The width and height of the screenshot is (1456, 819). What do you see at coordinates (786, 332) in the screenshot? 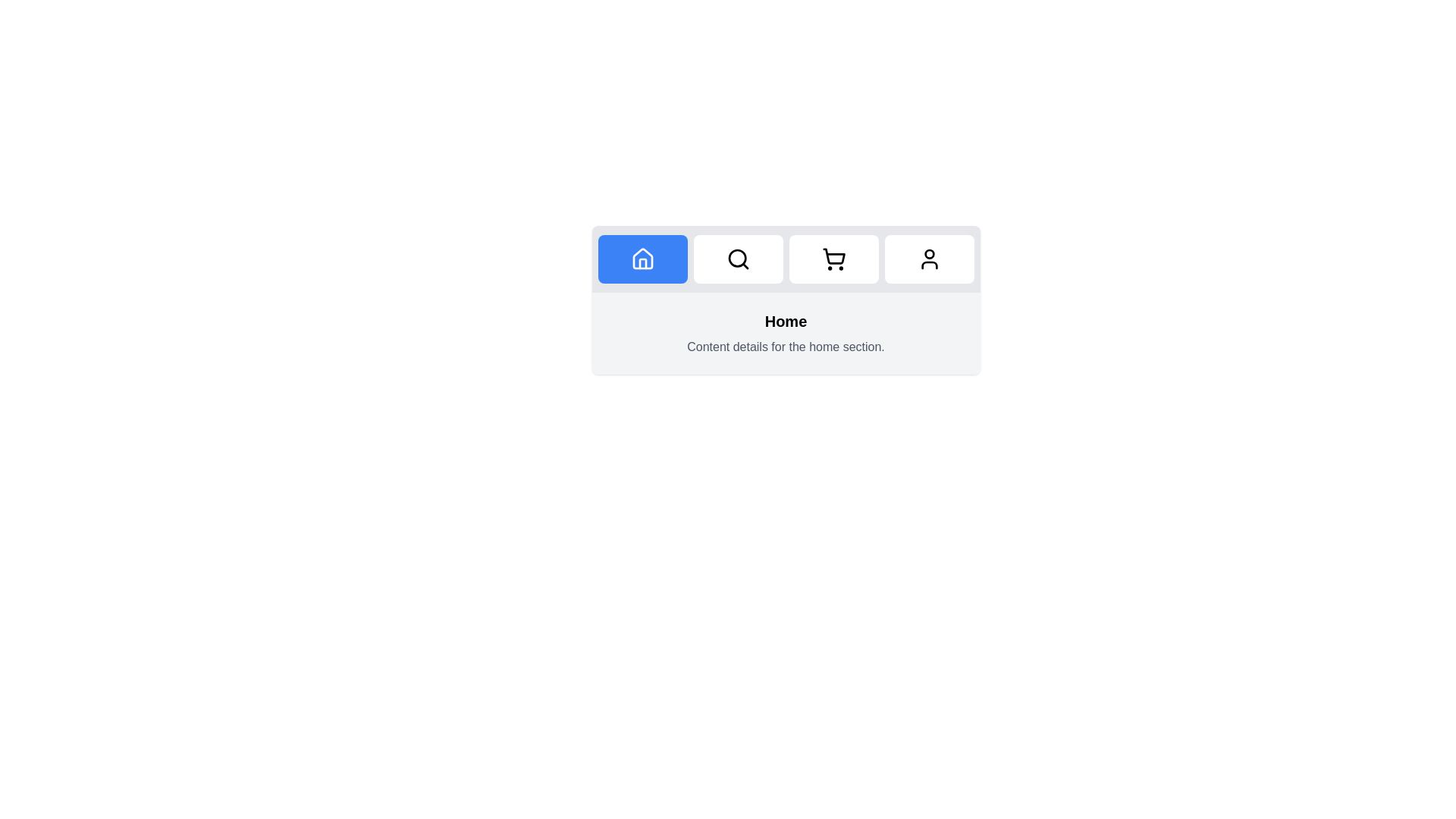
I see `the descriptive Text block that provides information about the 'Home' feature, located beneath the row of interactive icons` at bounding box center [786, 332].